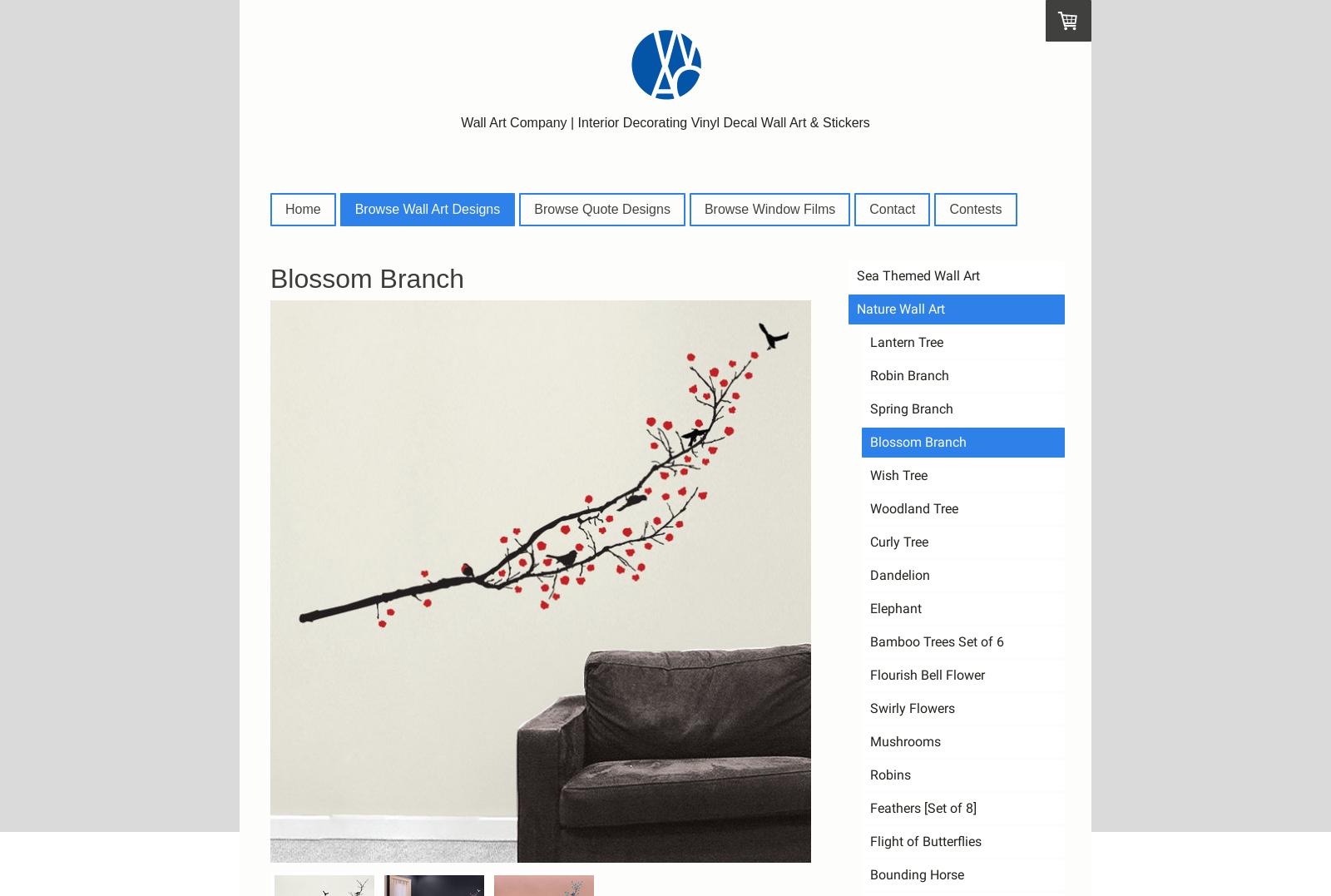 Image resolution: width=1331 pixels, height=896 pixels. Describe the element at coordinates (898, 541) in the screenshot. I see `'Curly Tree'` at that location.